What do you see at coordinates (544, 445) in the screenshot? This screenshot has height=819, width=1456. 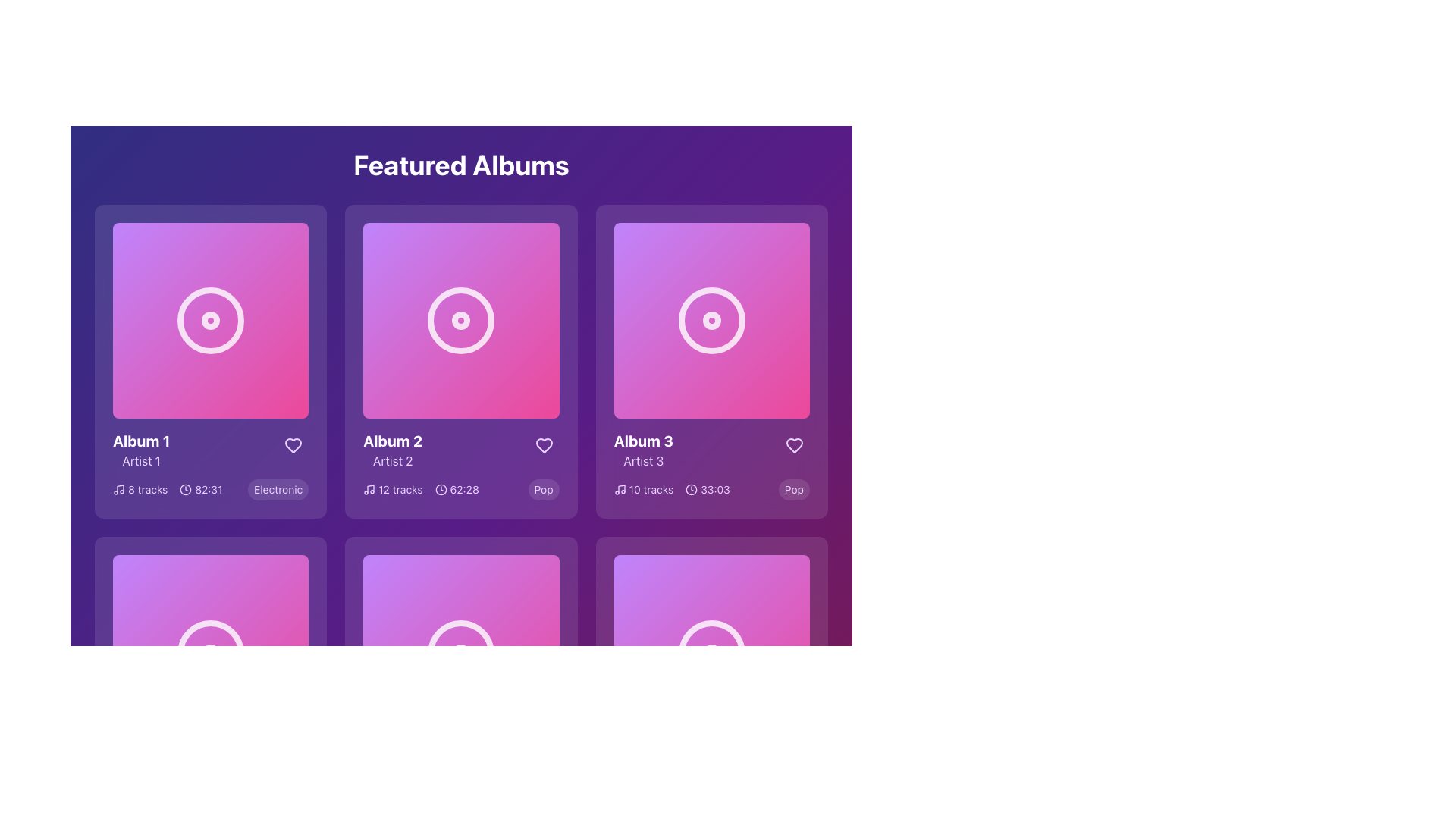 I see `the purple heart-shaped icon with an outlined design` at bounding box center [544, 445].